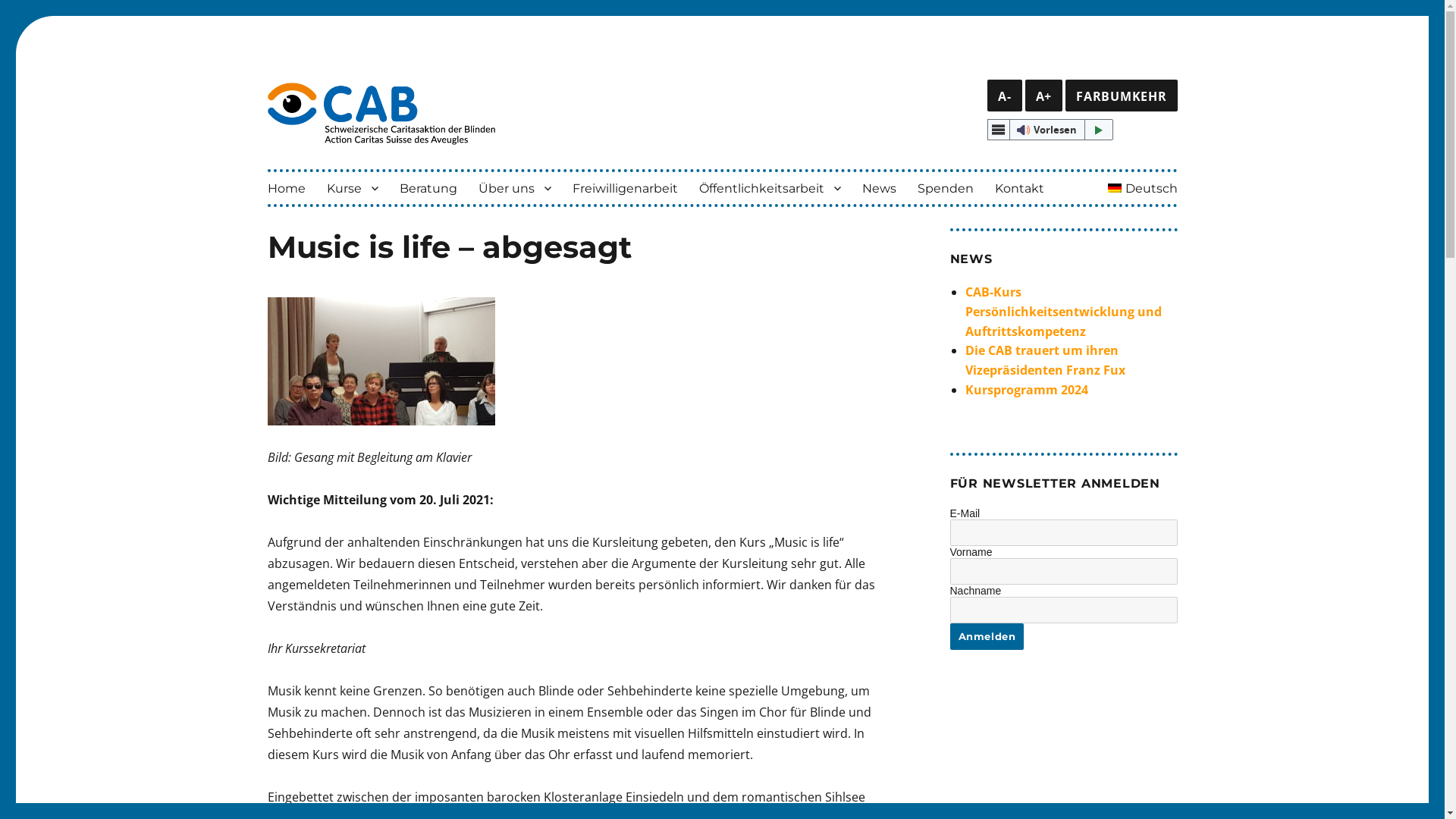  What do you see at coordinates (1050, 128) in the screenshot?
I see `'Vorlesen'` at bounding box center [1050, 128].